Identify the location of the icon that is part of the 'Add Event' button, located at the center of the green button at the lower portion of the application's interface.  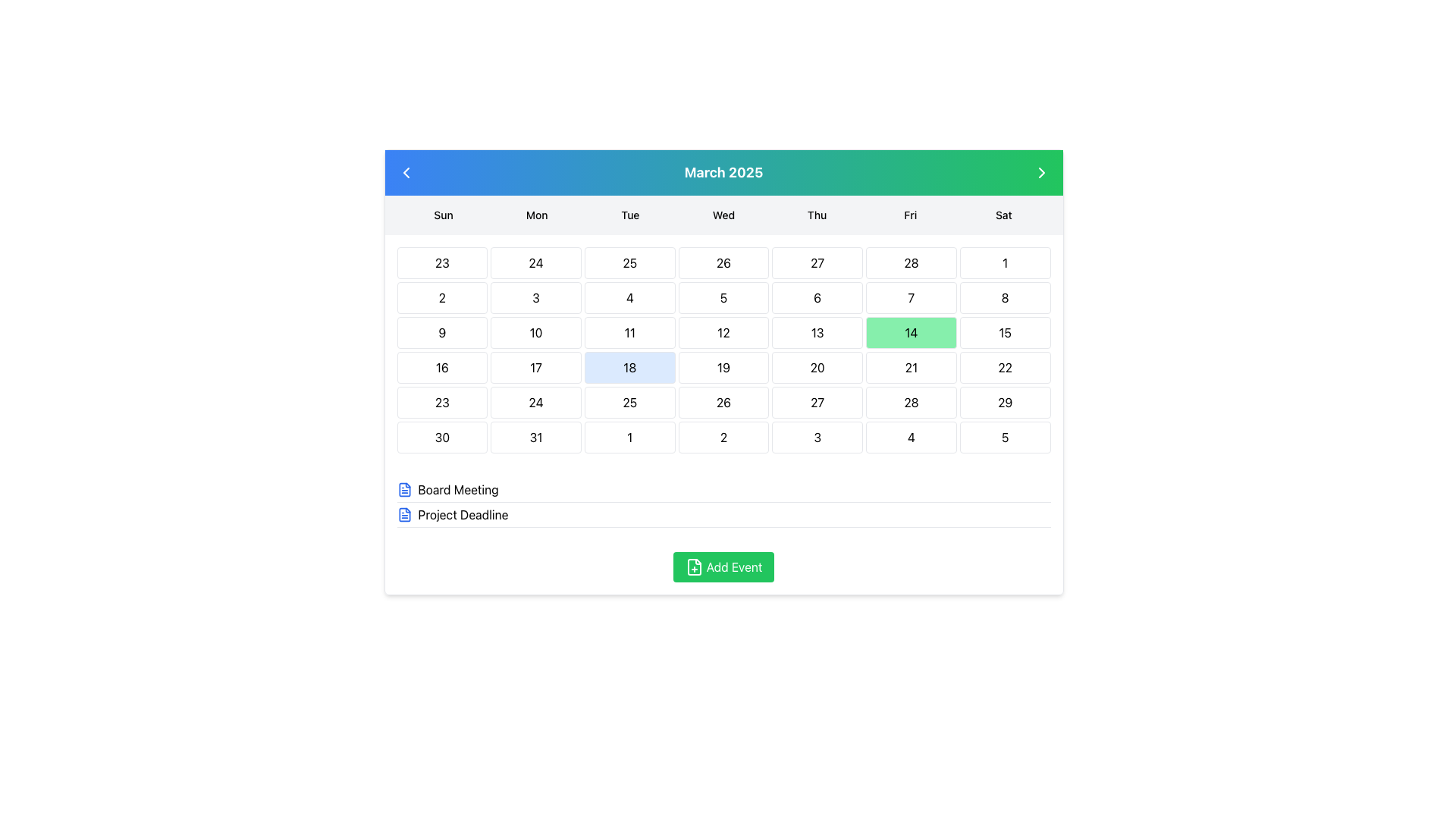
(693, 567).